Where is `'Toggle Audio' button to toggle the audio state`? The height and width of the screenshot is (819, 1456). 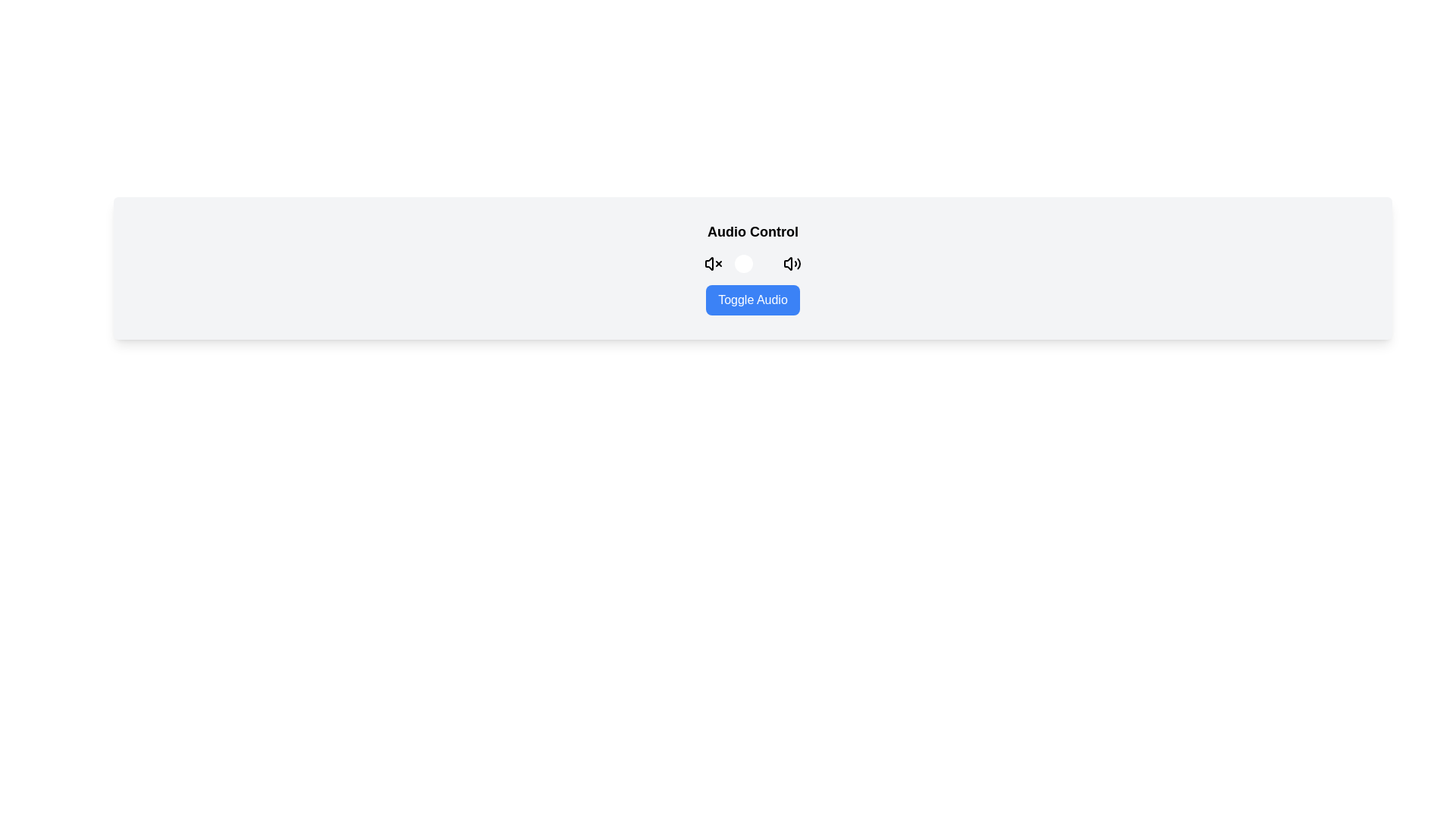 'Toggle Audio' button to toggle the audio state is located at coordinates (753, 300).